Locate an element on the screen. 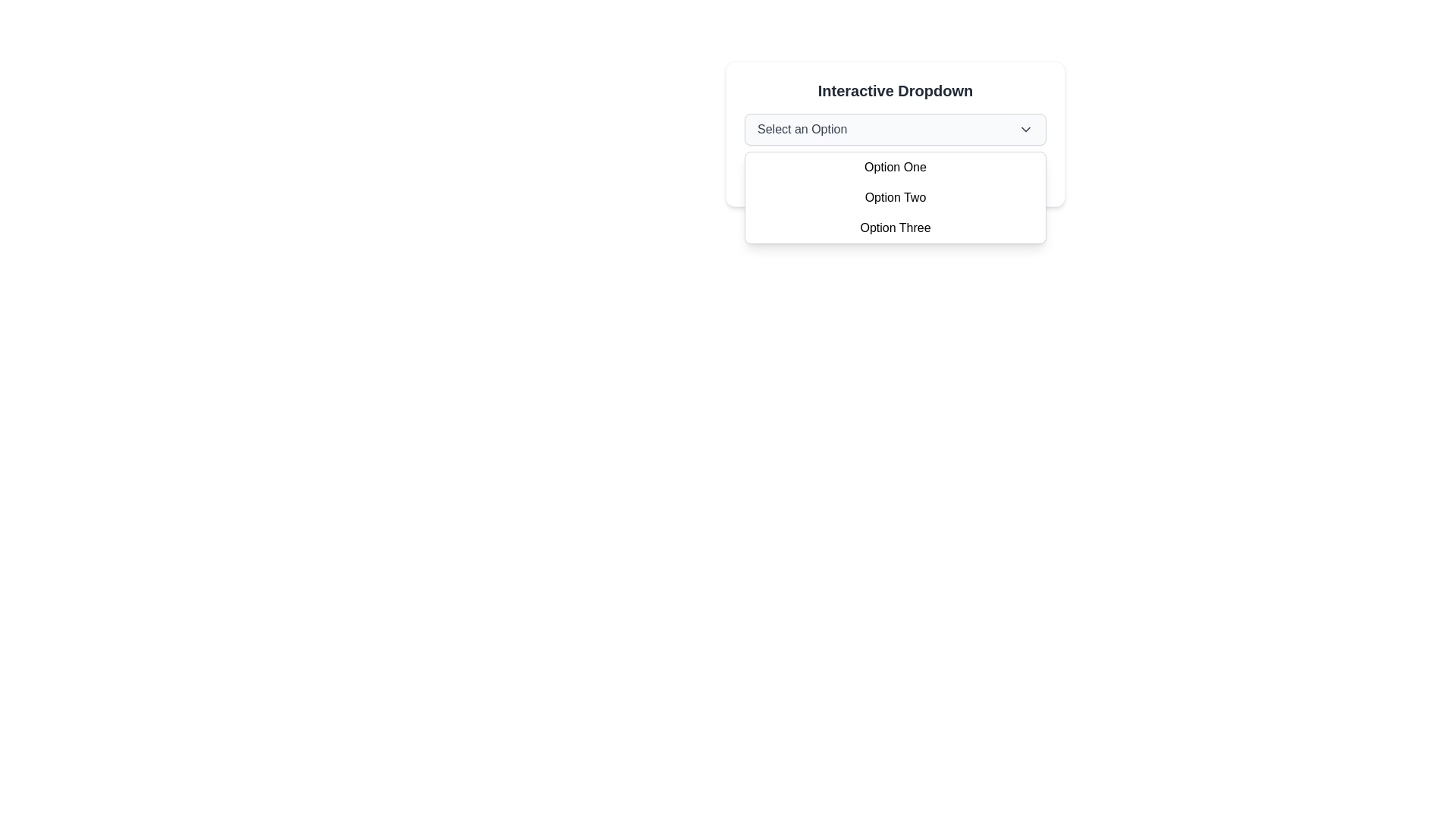 The width and height of the screenshot is (1456, 819). the 'Option Two' item in the dropdown menu is located at coordinates (895, 197).